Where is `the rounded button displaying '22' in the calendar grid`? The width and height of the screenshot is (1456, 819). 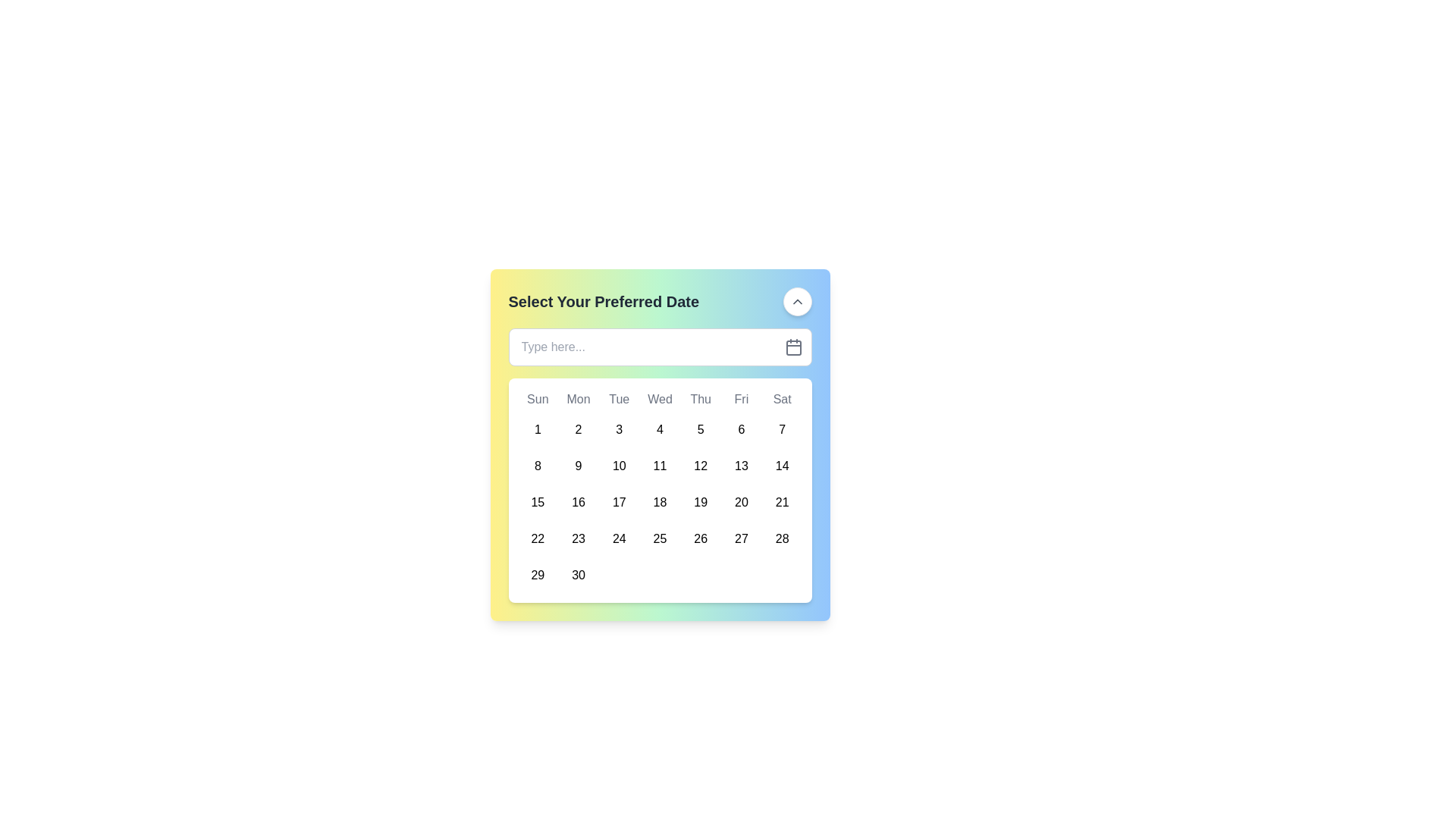
the rounded button displaying '22' in the calendar grid is located at coordinates (538, 538).